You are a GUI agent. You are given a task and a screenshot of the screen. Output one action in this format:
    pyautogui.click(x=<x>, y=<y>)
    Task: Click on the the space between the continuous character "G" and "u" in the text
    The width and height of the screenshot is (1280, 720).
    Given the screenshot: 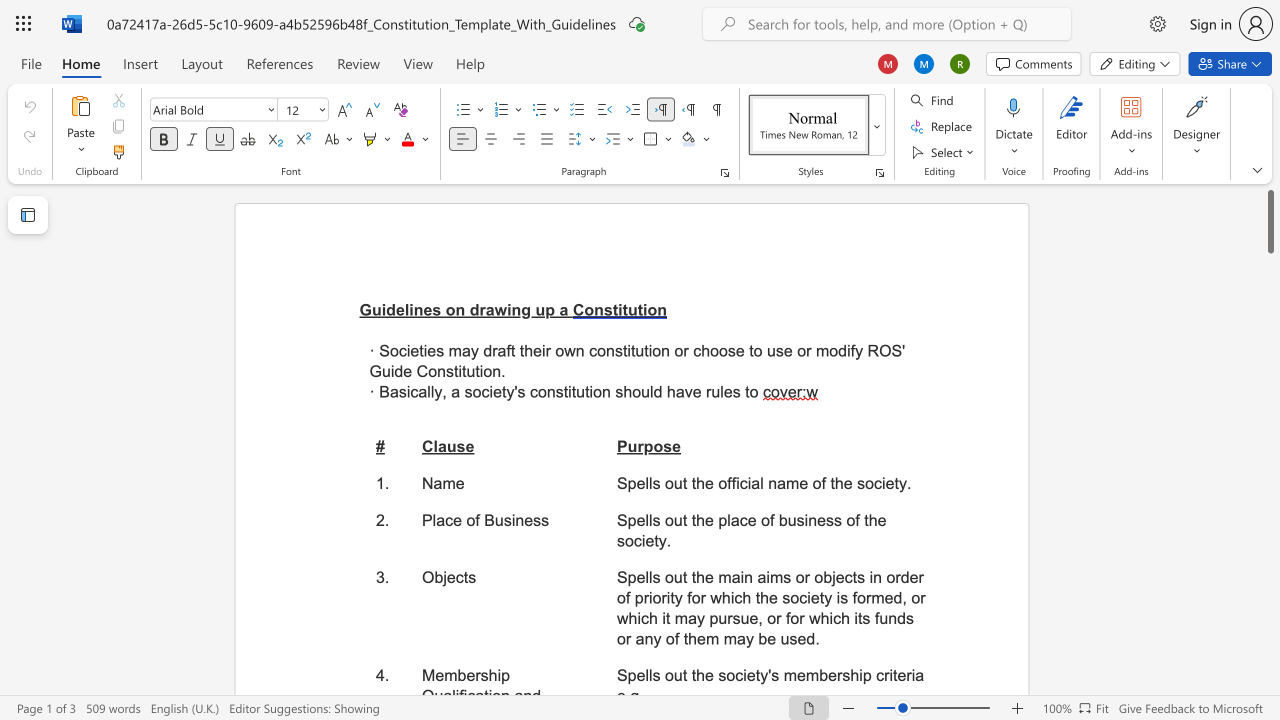 What is the action you would take?
    pyautogui.click(x=371, y=310)
    